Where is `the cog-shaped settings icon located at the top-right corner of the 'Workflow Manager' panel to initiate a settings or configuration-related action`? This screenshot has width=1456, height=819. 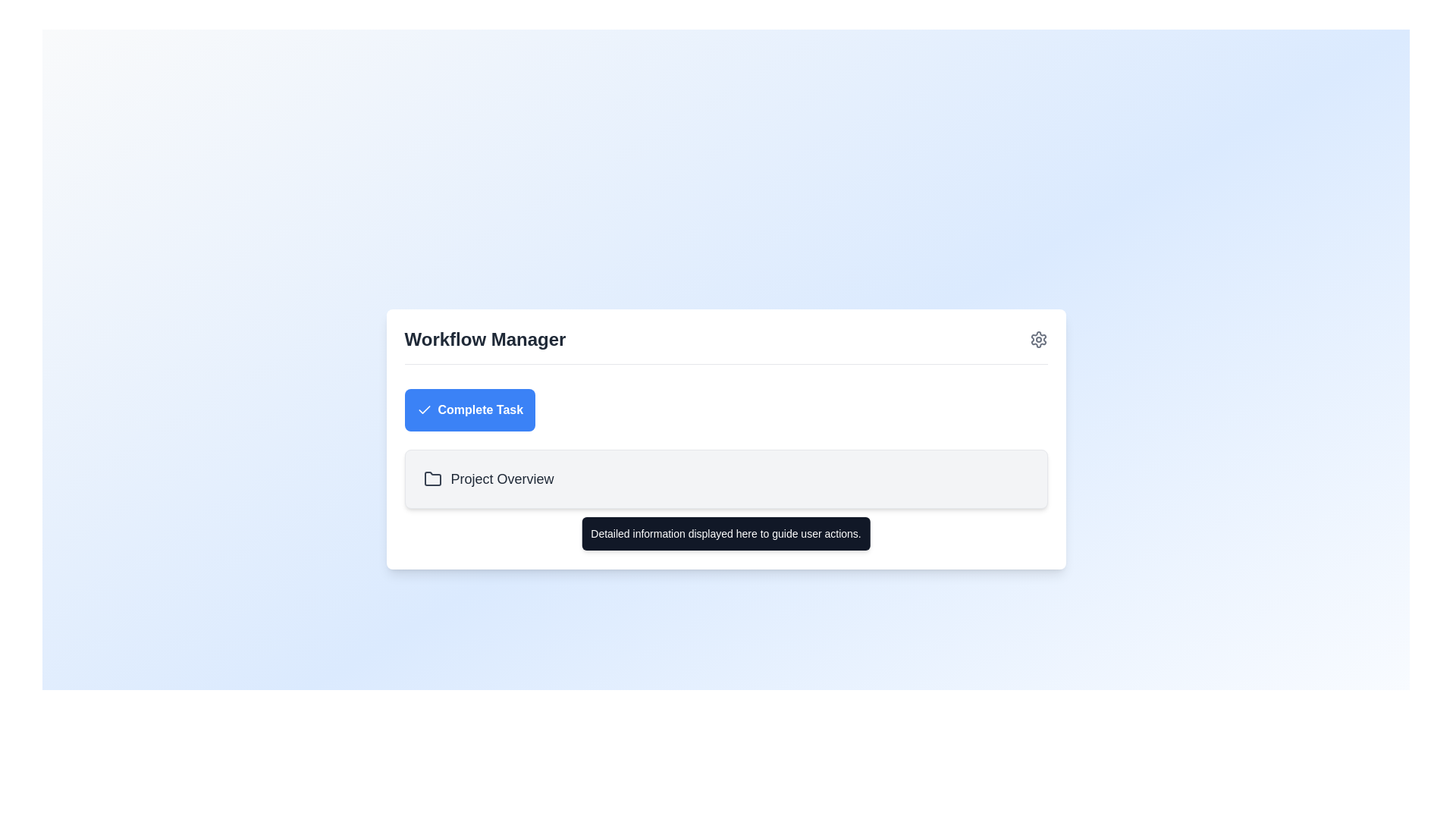
the cog-shaped settings icon located at the top-right corner of the 'Workflow Manager' panel to initiate a settings or configuration-related action is located at coordinates (1037, 338).